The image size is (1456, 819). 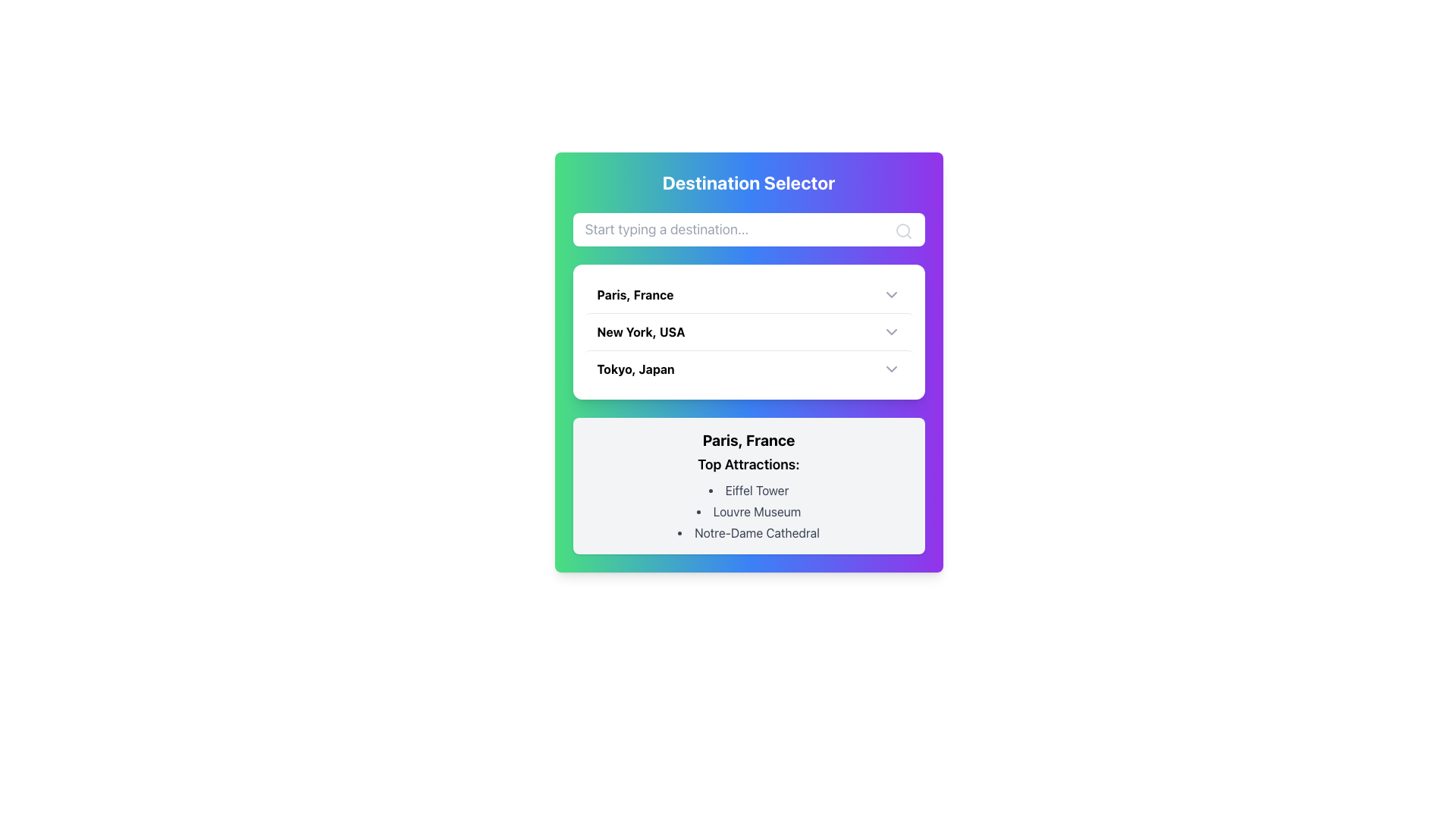 I want to click on the Text Label that serves as a heading for the destination selection section, which is positioned at the top of the colorful gradient box, so click(x=748, y=181).